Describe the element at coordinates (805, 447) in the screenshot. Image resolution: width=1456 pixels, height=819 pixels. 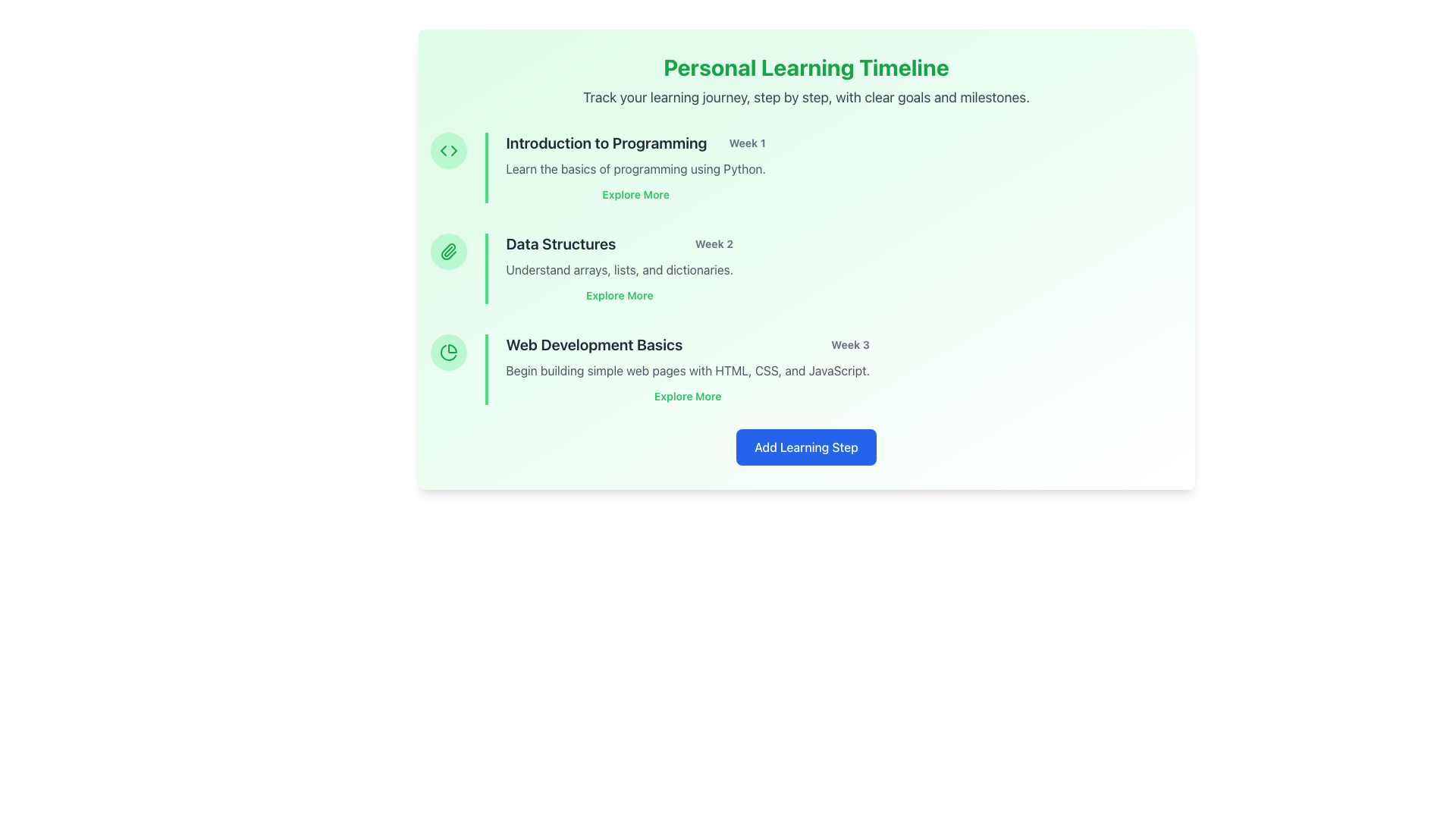
I see `the button located at the bottom of the 'Personal Learning Timeline' section` at that location.